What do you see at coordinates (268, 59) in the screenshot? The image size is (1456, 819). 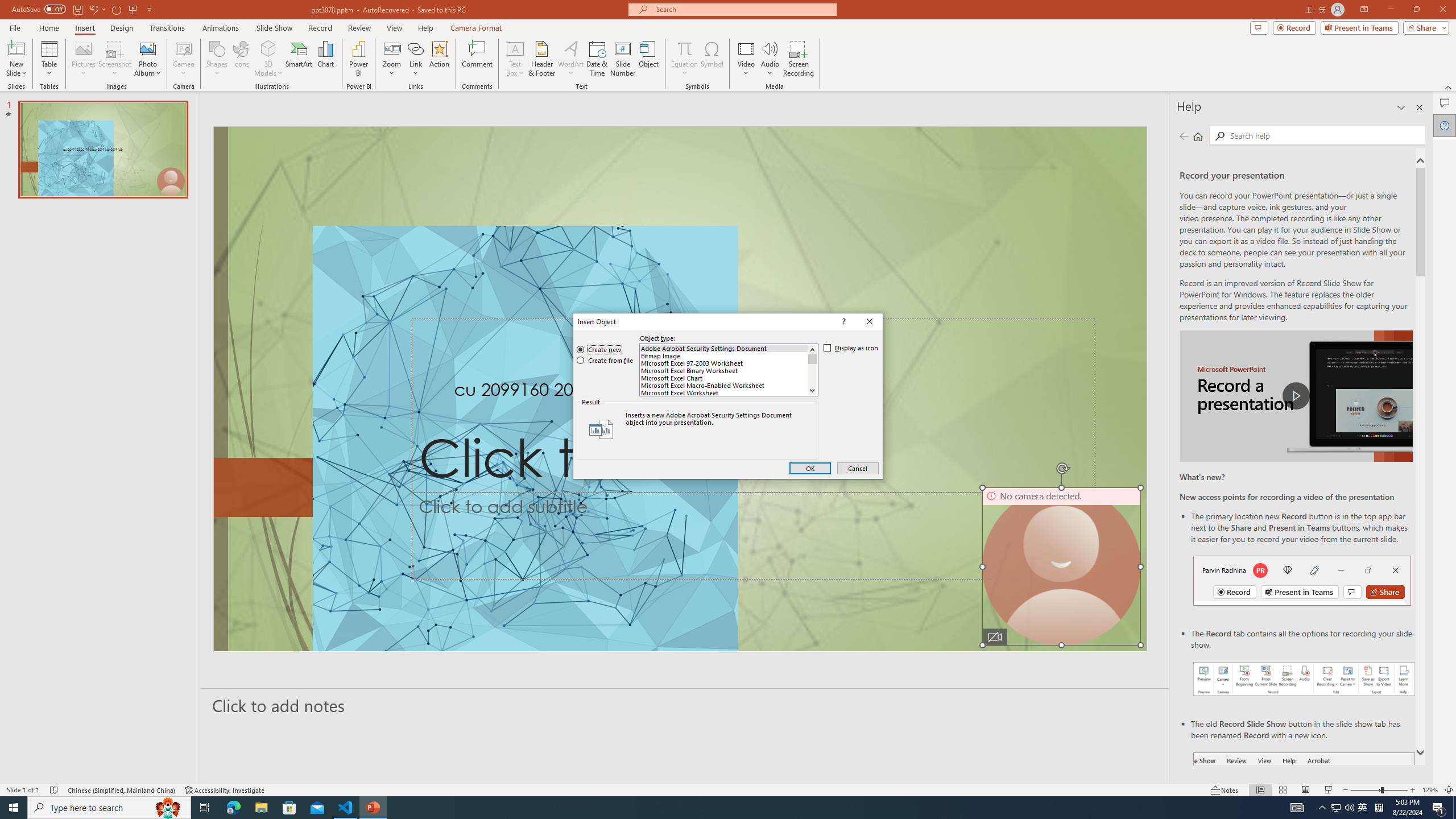 I see `'3D Models'` at bounding box center [268, 59].